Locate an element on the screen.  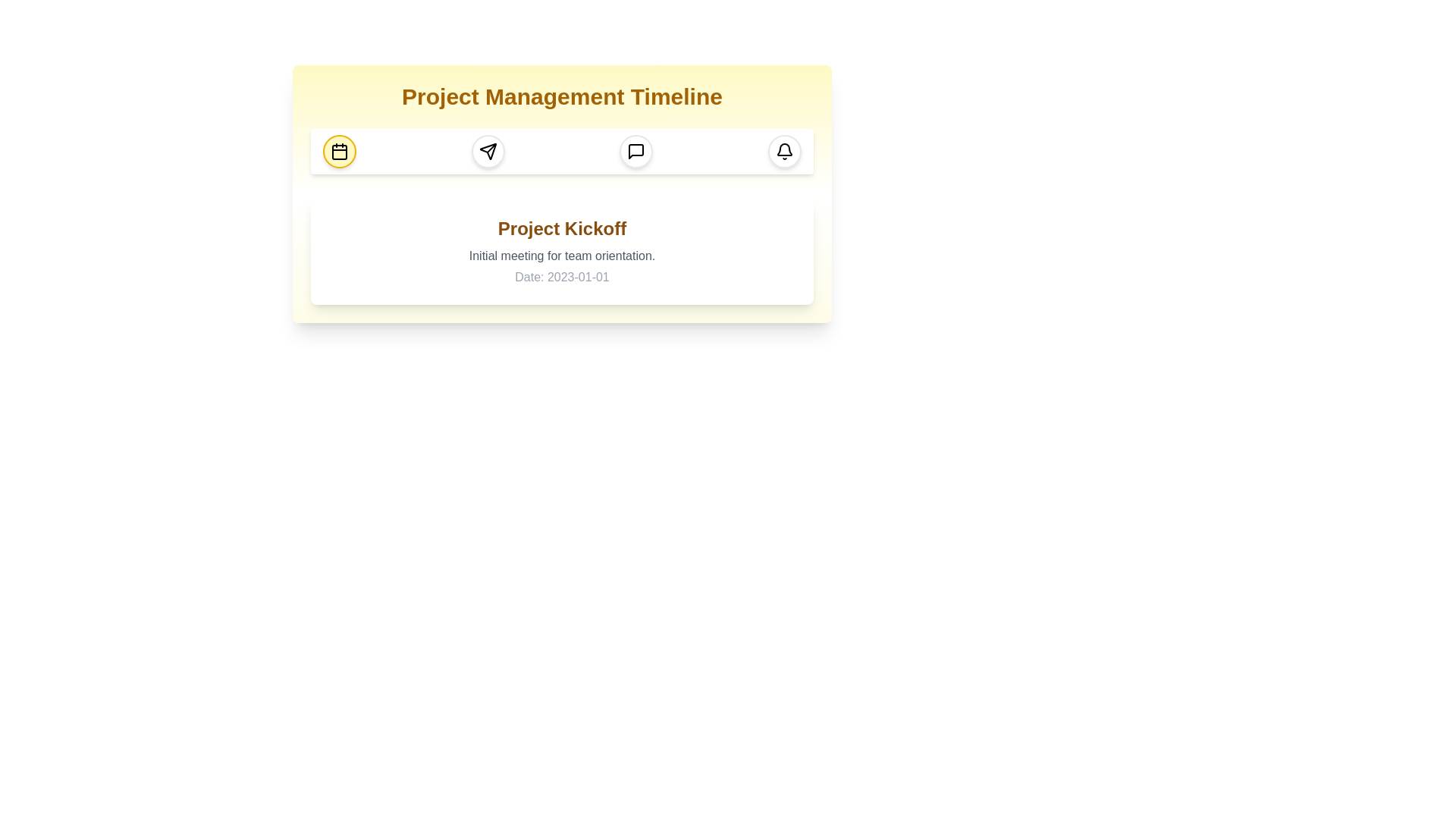
the arrow graphic representing the 'Send' action inside the second button from the left in the row of circular buttons at the top of the interface is located at coordinates (488, 152).